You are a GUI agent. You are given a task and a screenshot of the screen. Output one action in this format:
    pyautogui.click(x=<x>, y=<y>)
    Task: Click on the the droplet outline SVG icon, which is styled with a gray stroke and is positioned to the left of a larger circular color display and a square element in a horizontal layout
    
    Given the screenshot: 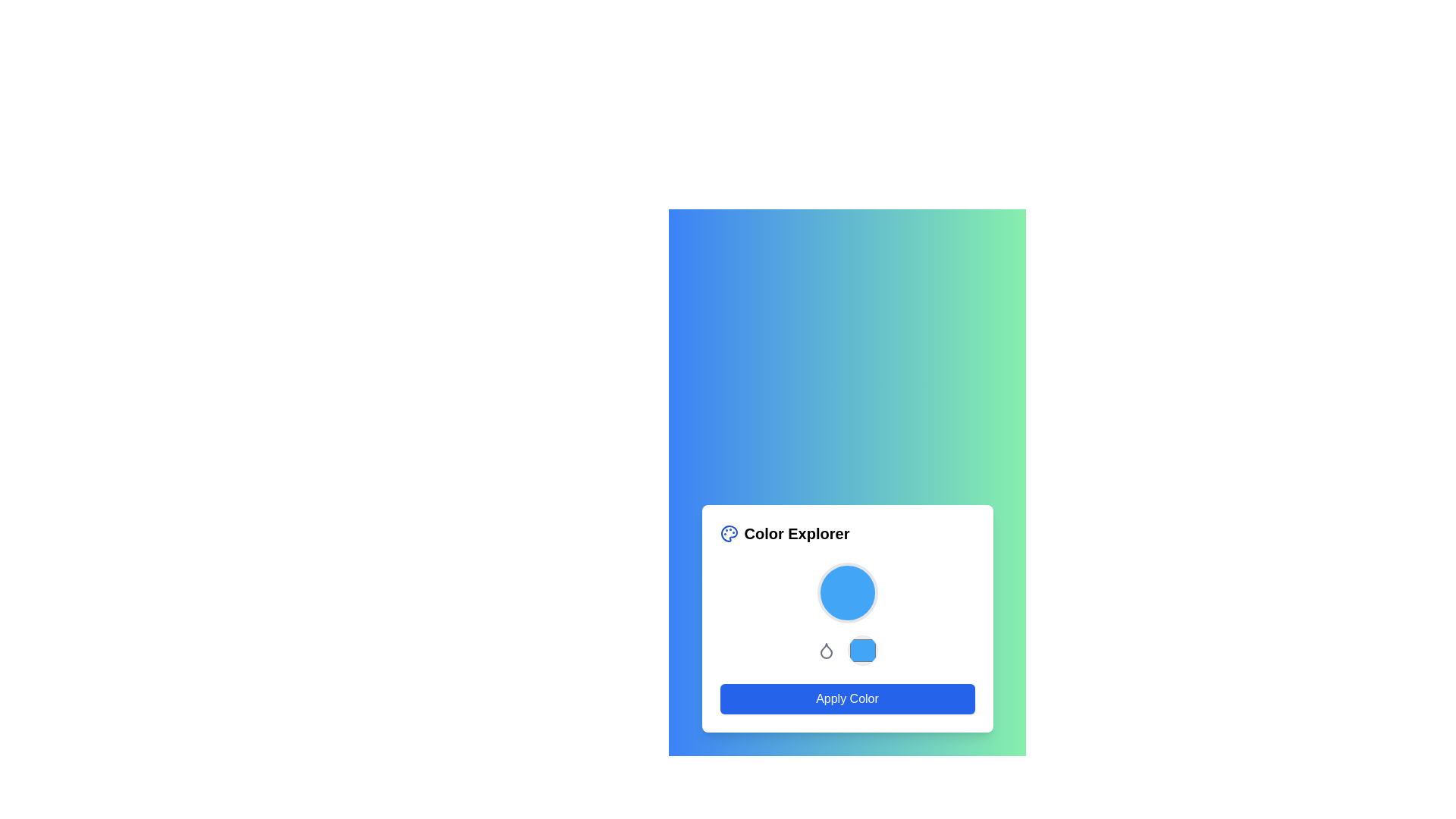 What is the action you would take?
    pyautogui.click(x=825, y=649)
    